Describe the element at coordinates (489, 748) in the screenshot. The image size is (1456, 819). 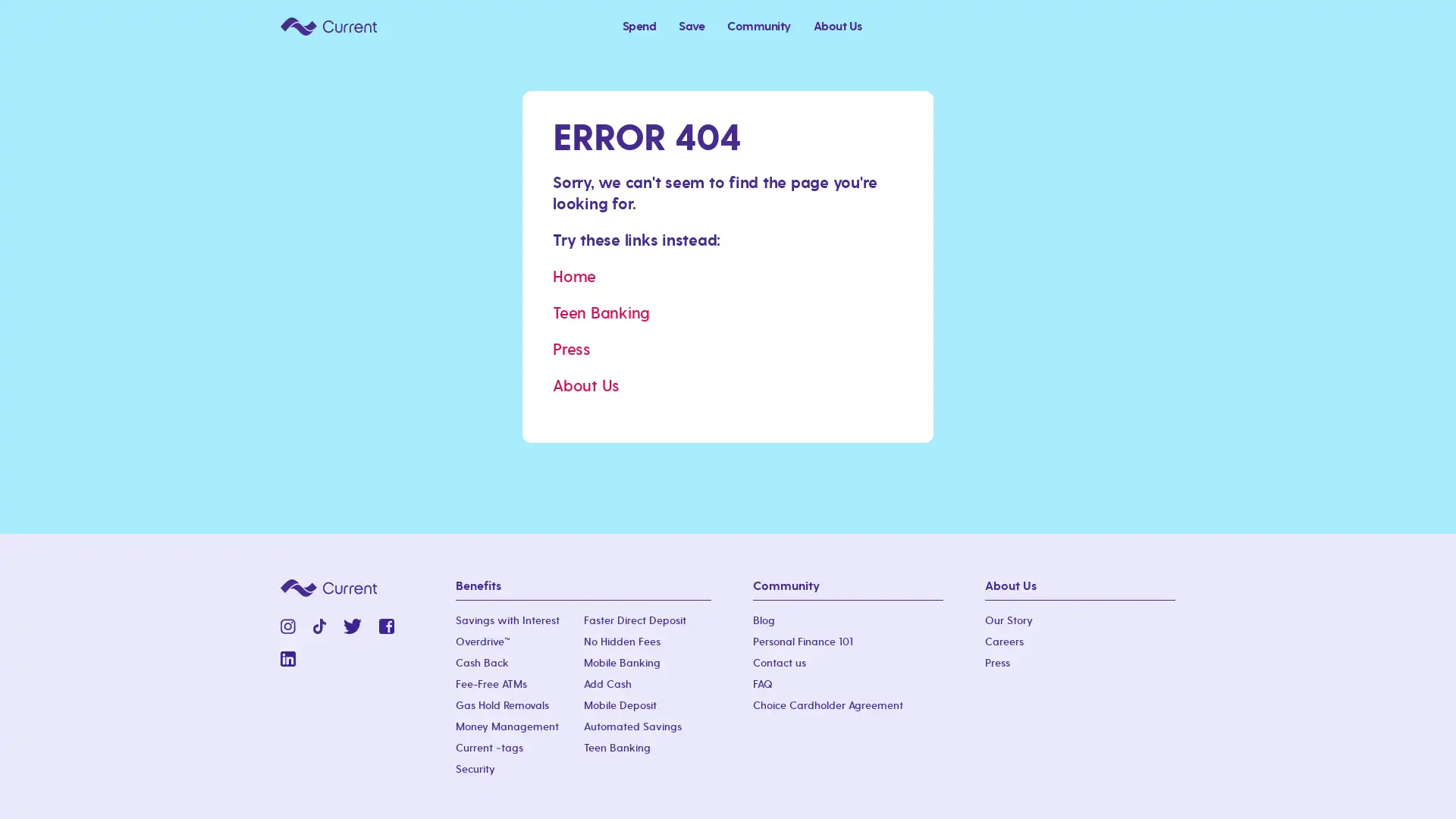
I see `Current ~tags` at that location.